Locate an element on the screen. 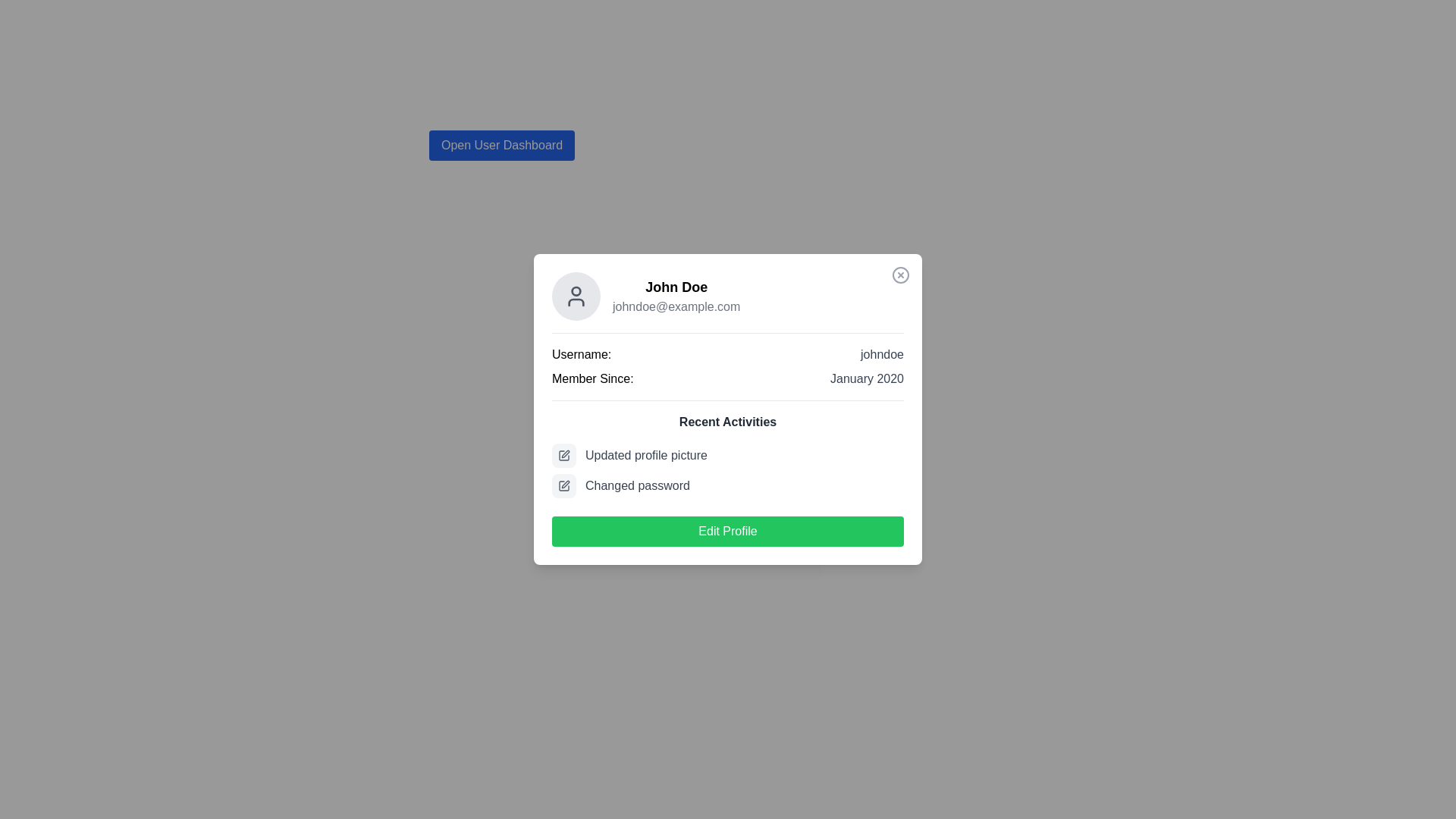 Image resolution: width=1456 pixels, height=819 pixels. the pen icon within the 'Recent Activities' card is located at coordinates (563, 485).